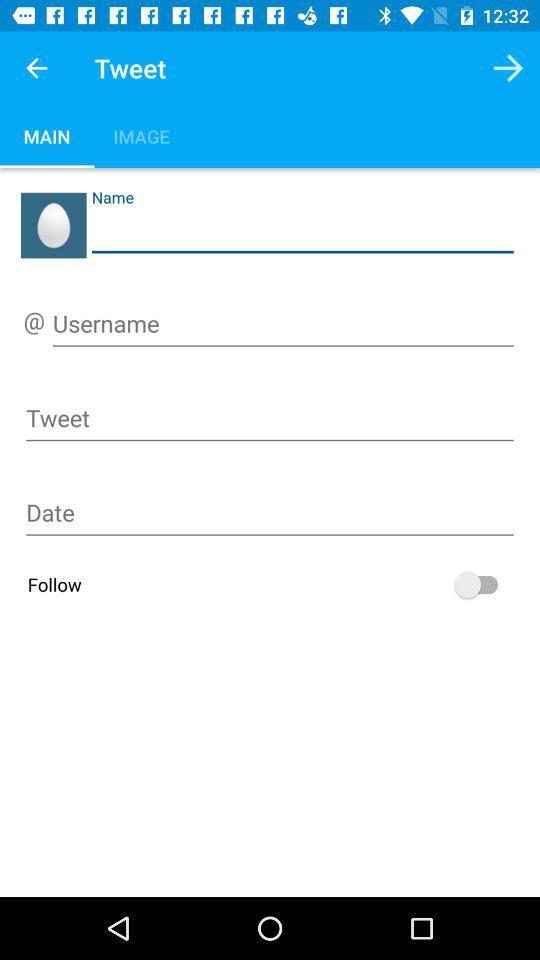 The image size is (540, 960). Describe the element at coordinates (270, 515) in the screenshot. I see `input date` at that location.